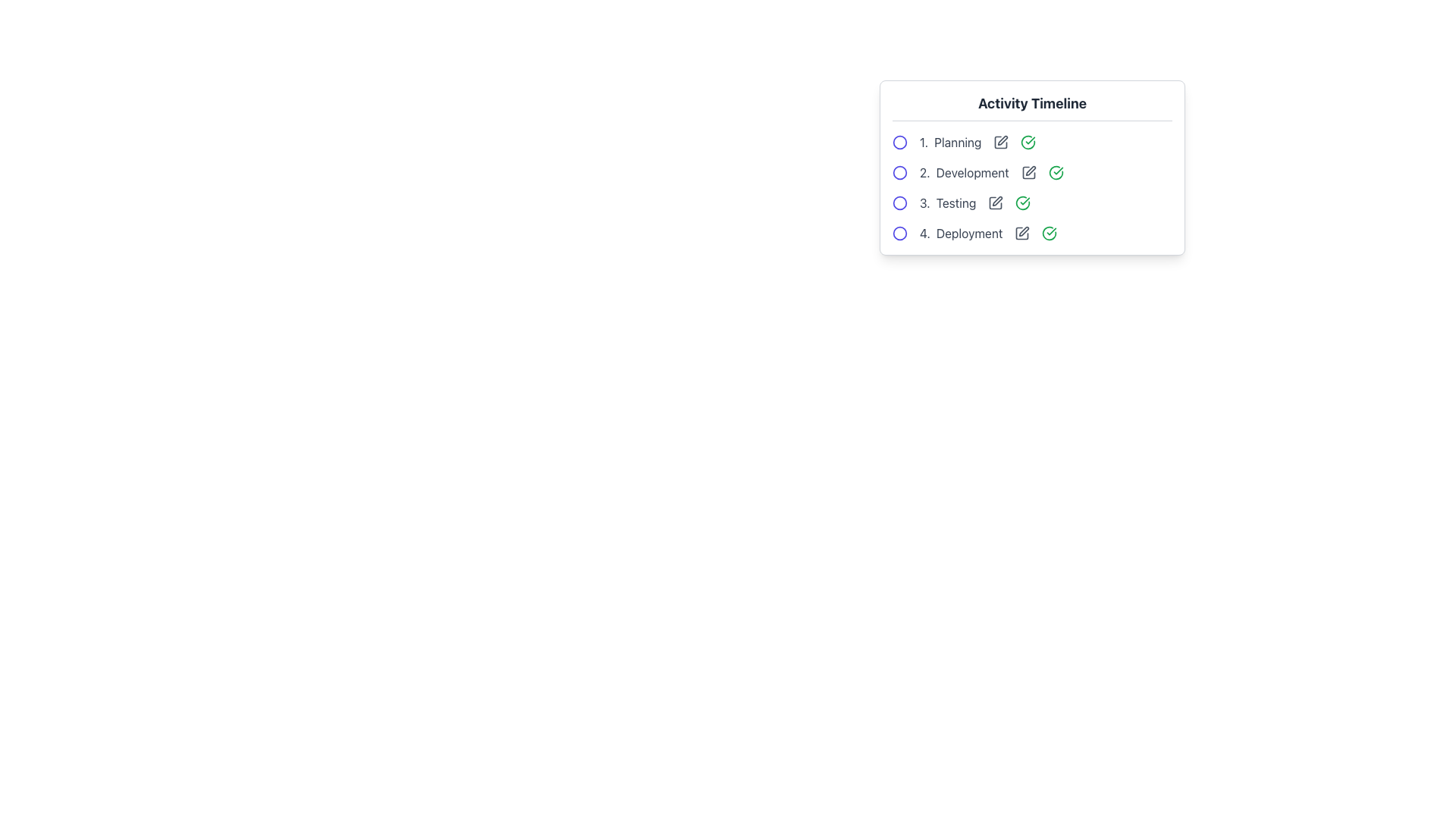 Image resolution: width=1456 pixels, height=819 pixels. Describe the element at coordinates (963, 171) in the screenshot. I see `the text label representing the second stage titled 'Development' in the activity timeline, which is positioned below '1. Planning' and above '3. Testing'` at that location.